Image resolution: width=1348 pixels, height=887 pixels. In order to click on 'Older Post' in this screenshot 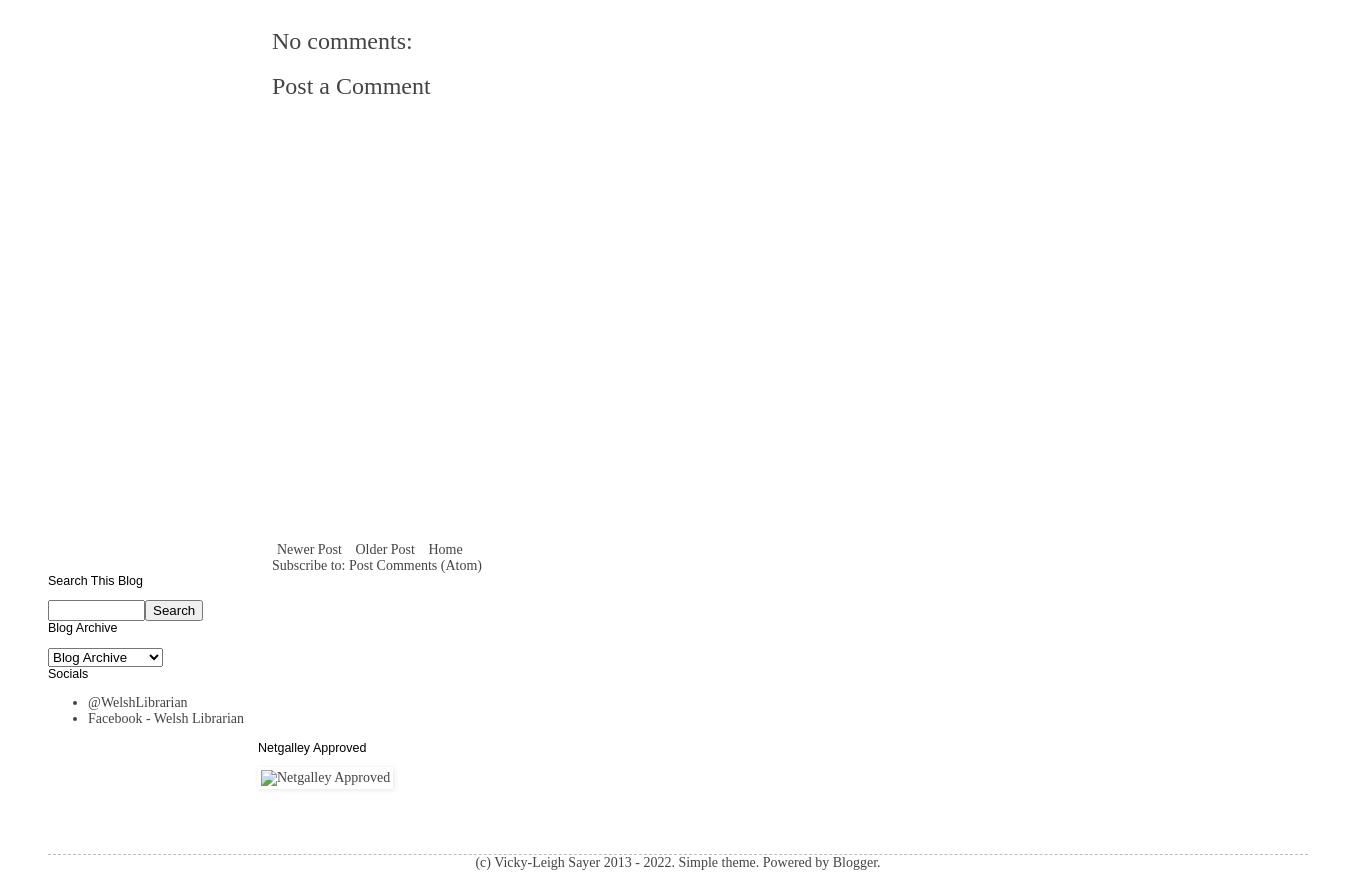, I will do `click(383, 547)`.